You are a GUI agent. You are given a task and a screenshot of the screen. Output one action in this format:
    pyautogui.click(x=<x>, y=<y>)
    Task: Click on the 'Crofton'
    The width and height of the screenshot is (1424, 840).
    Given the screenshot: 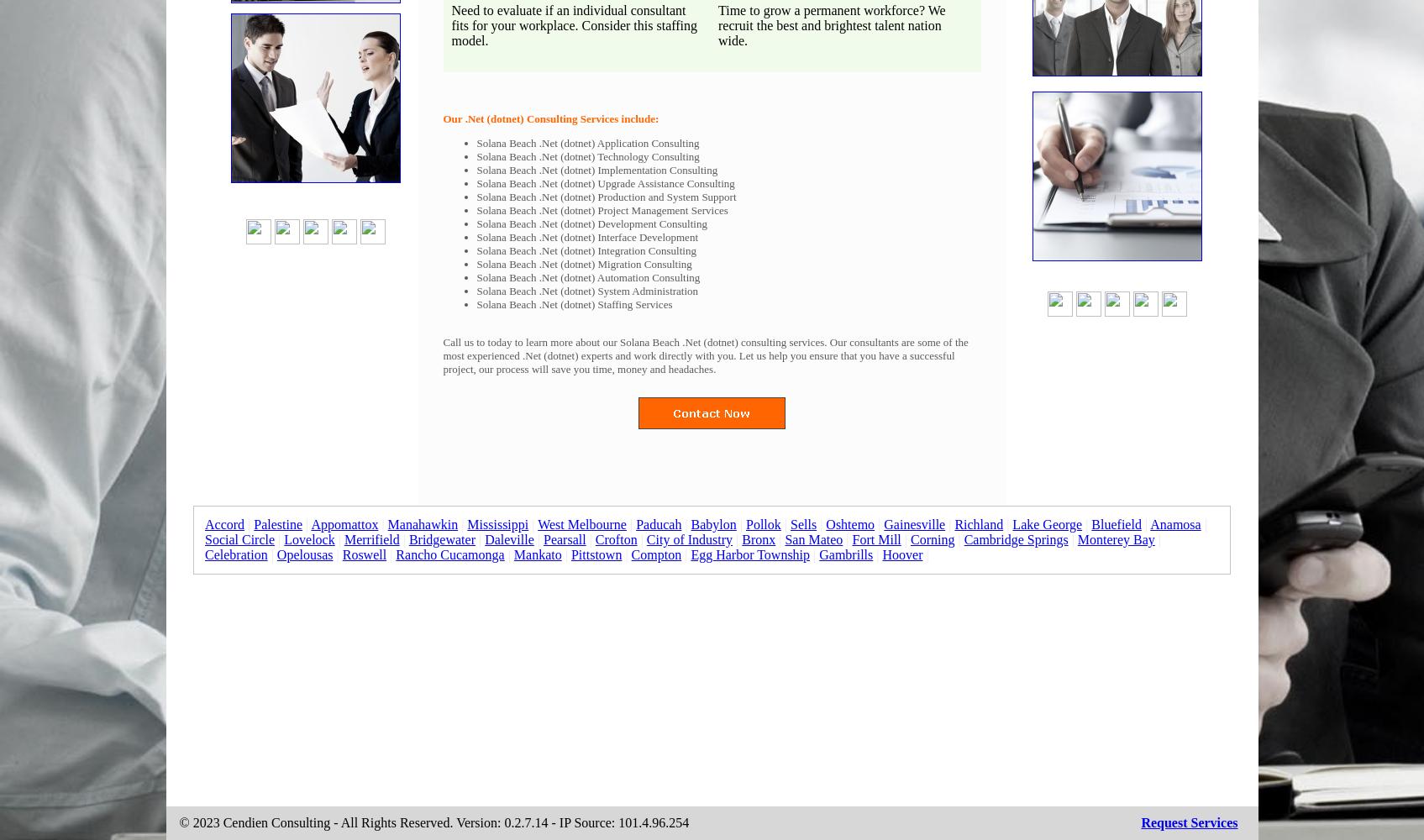 What is the action you would take?
    pyautogui.click(x=614, y=539)
    